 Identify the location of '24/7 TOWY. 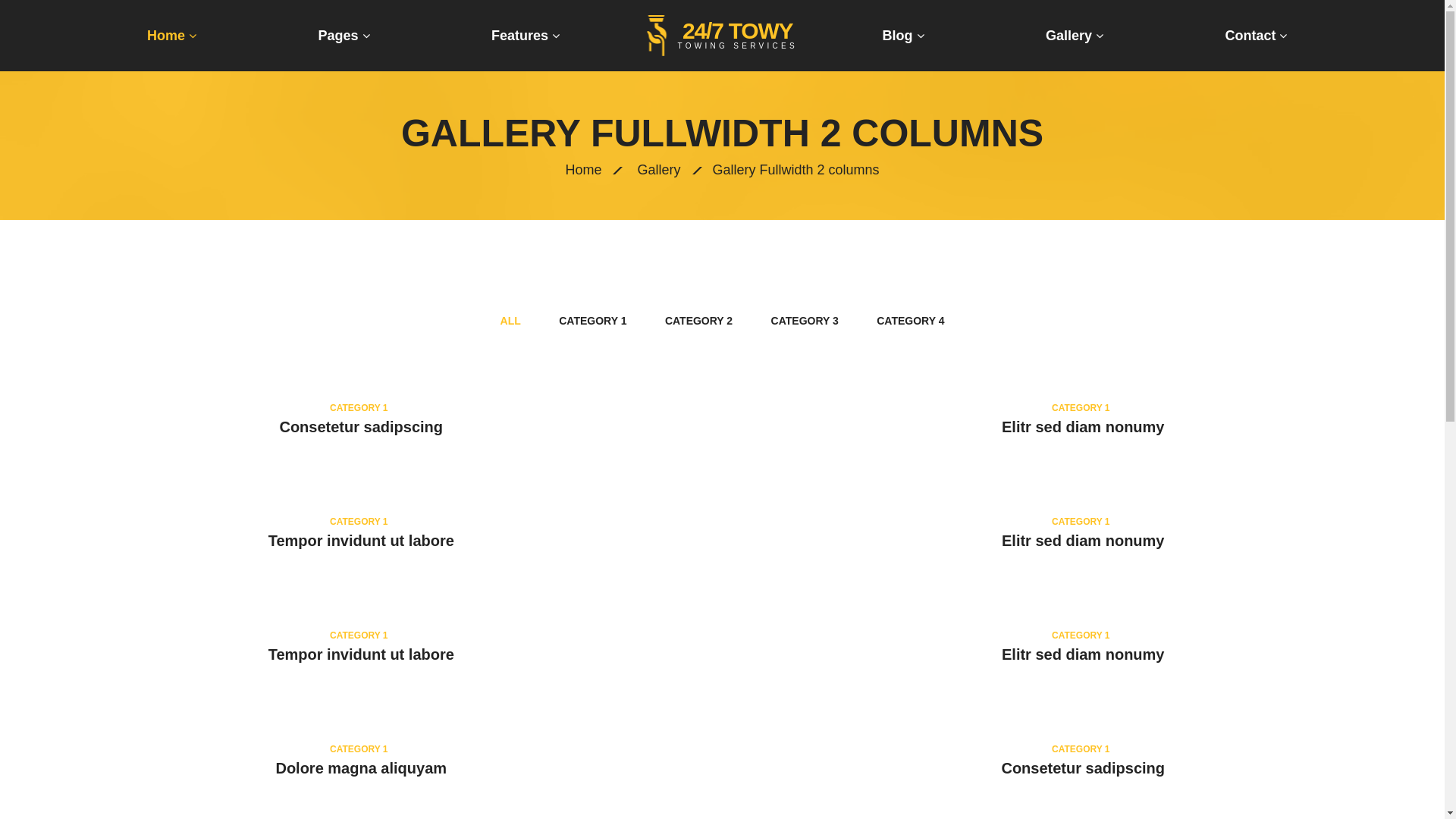
(647, 34).